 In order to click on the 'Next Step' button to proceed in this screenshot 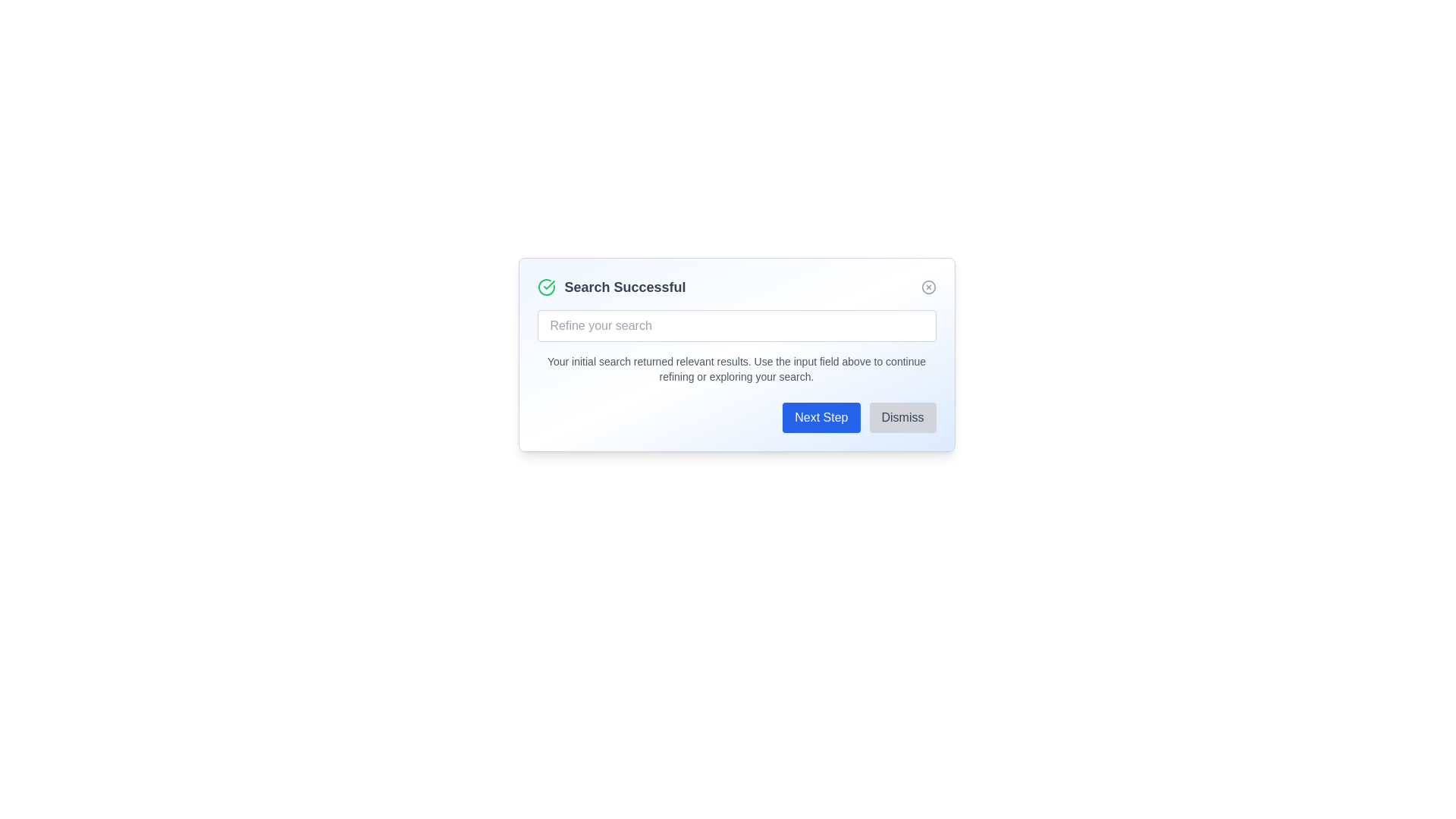, I will do `click(821, 418)`.